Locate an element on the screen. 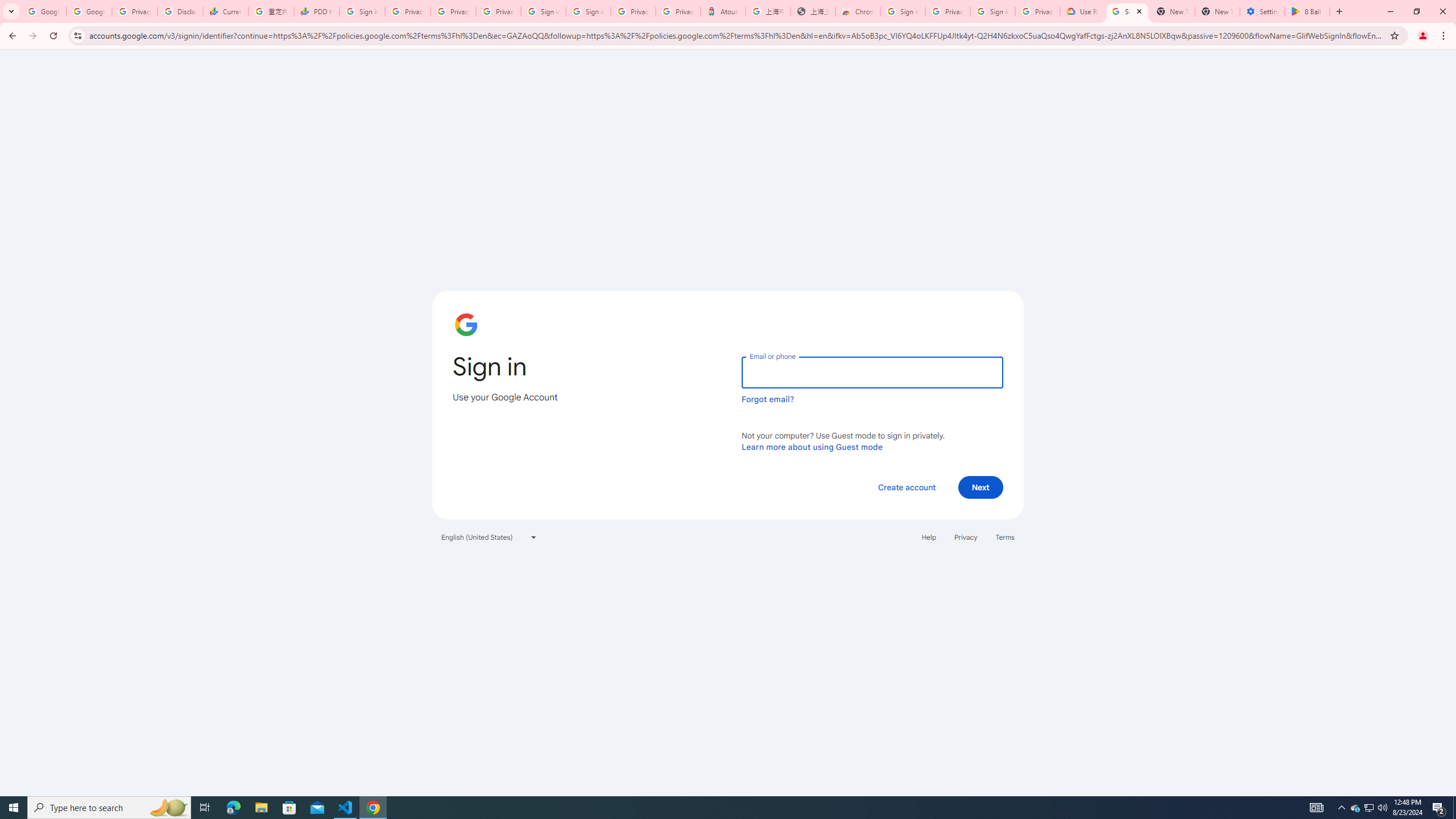  'Atour Hotel - Google hotels' is located at coordinates (723, 11).